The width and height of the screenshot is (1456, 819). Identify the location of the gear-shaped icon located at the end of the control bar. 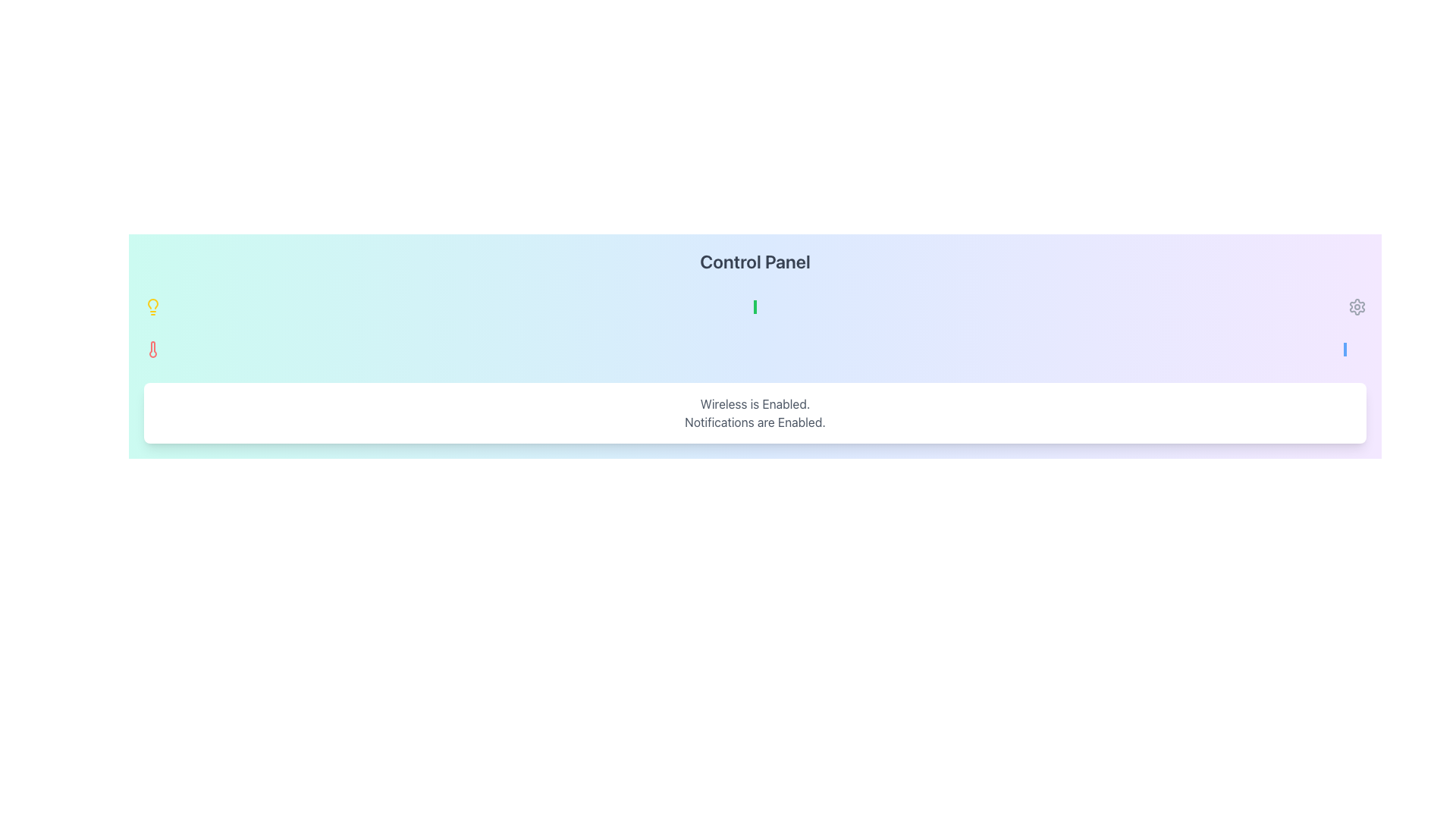
(1357, 307).